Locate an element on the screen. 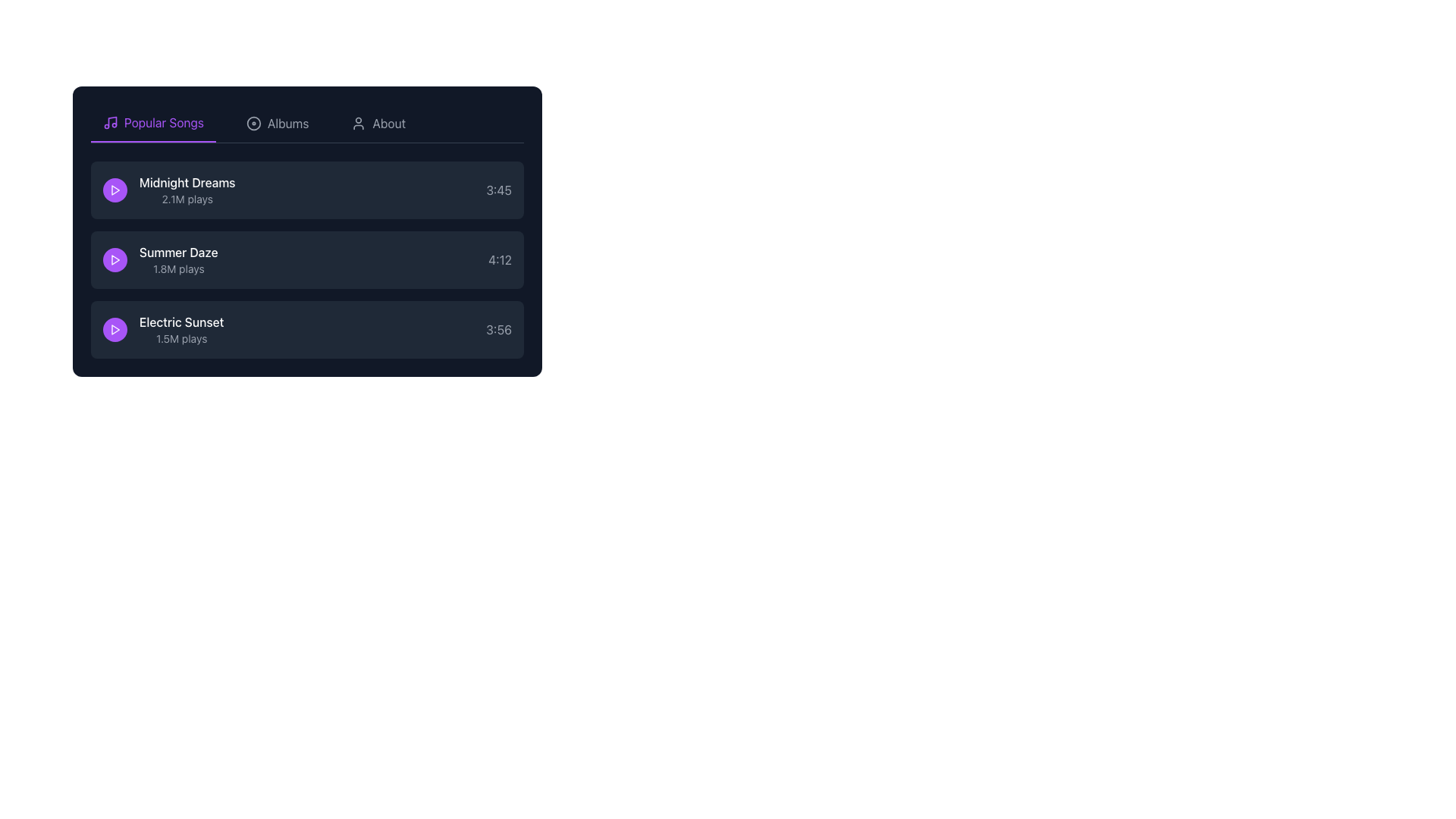 This screenshot has width=1456, height=819. the navigation button that switches to the 'Albums' section is located at coordinates (278, 122).